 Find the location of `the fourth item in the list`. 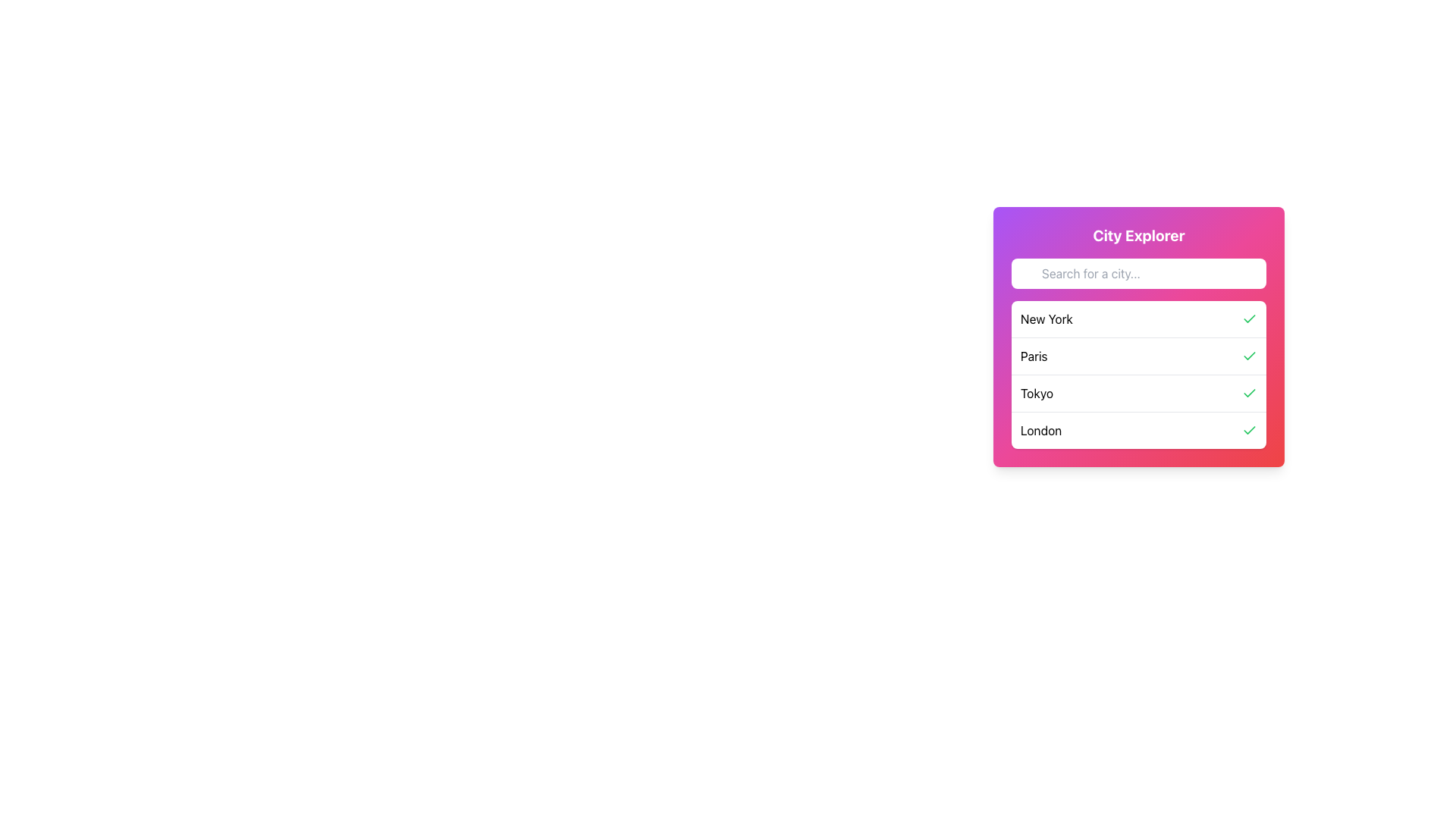

the fourth item in the list is located at coordinates (1139, 430).